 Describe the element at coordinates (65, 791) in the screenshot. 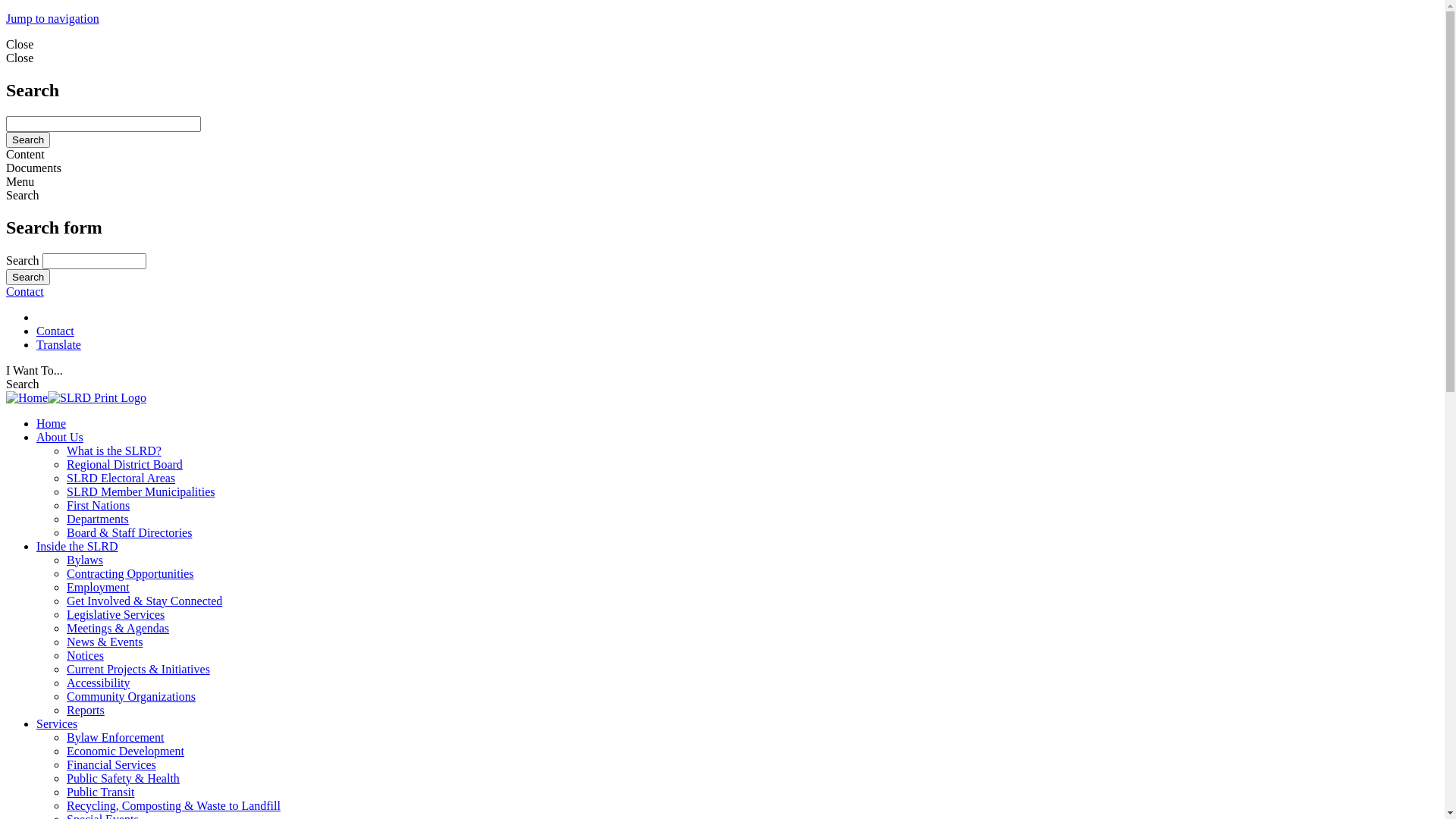

I see `'Public Transit'` at that location.